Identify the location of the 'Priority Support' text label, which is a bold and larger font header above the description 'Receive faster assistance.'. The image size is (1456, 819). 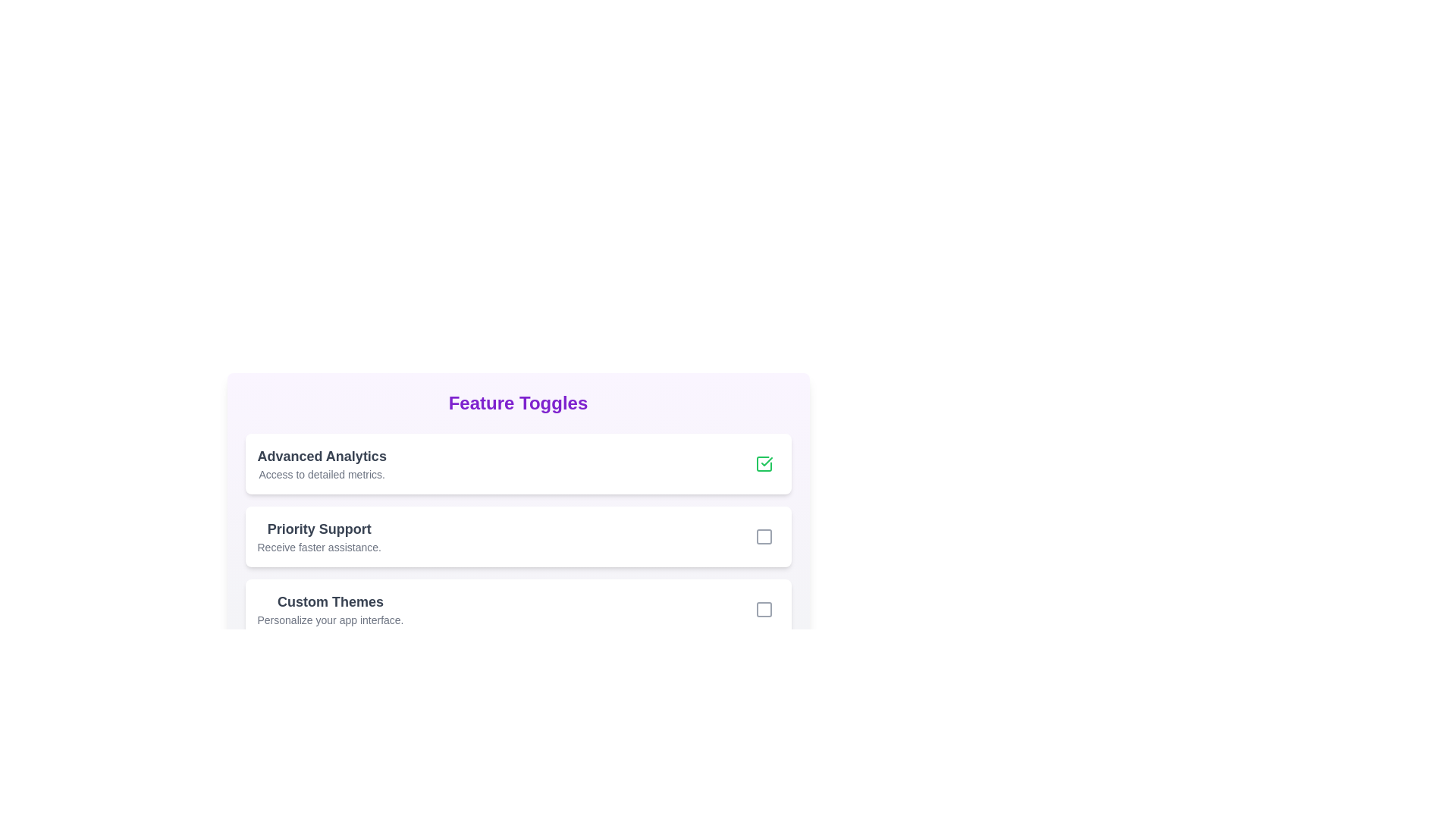
(318, 529).